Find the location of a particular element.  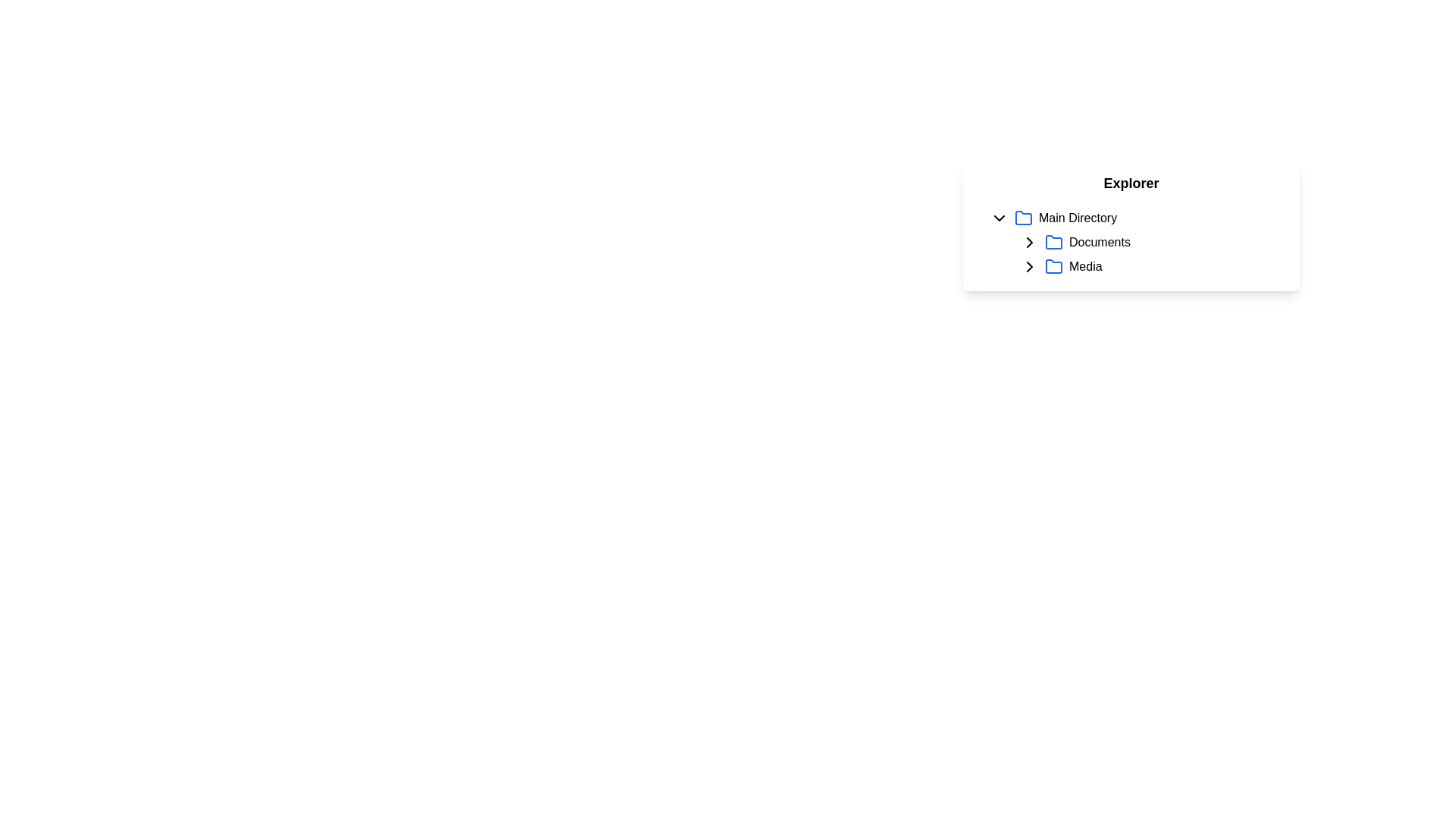

the 'Documents' text label, which is displayed in bold black font next to a blue folder icon within the 'Explorer' panel is located at coordinates (1100, 242).